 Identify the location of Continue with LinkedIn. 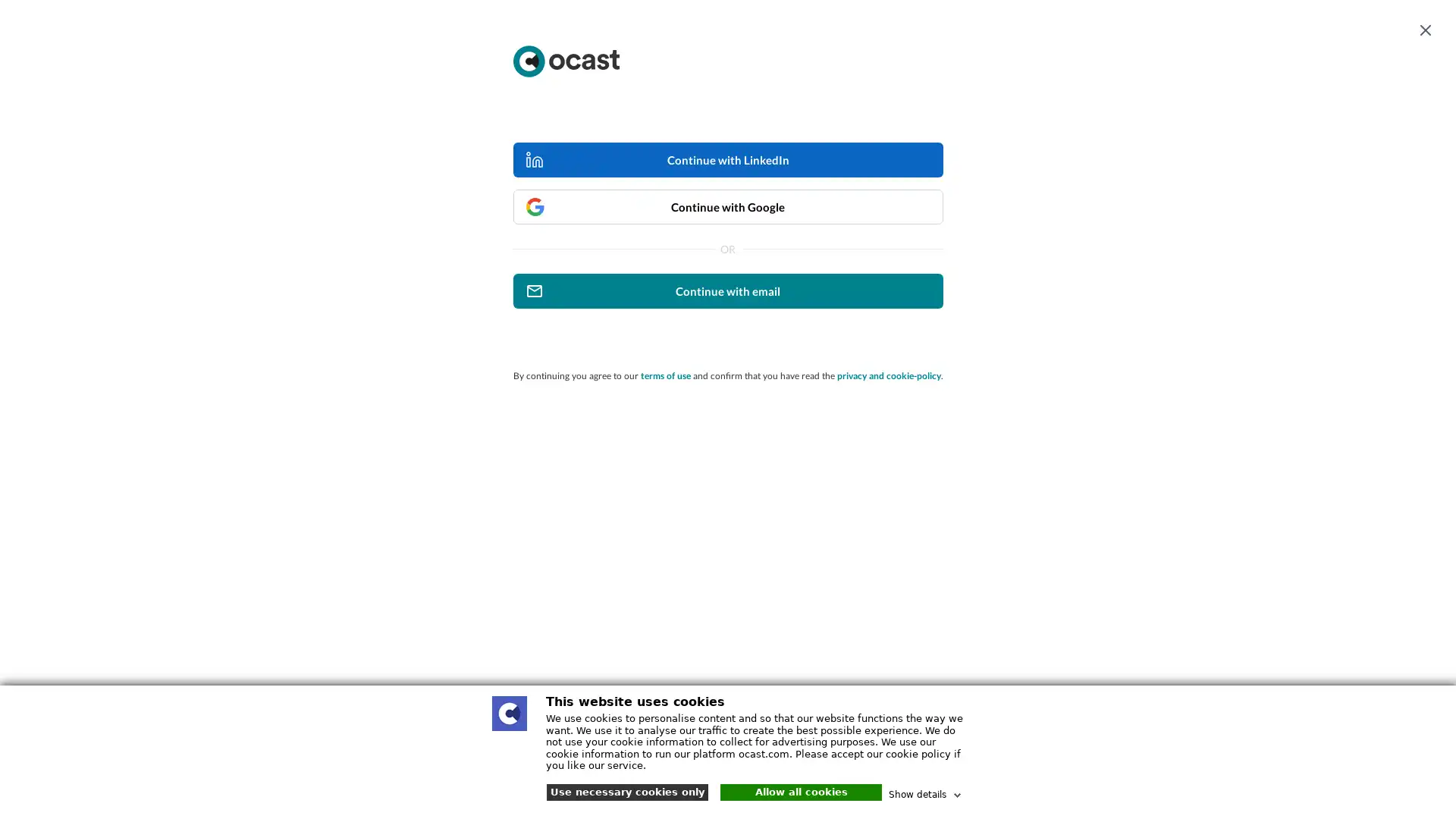
(726, 160).